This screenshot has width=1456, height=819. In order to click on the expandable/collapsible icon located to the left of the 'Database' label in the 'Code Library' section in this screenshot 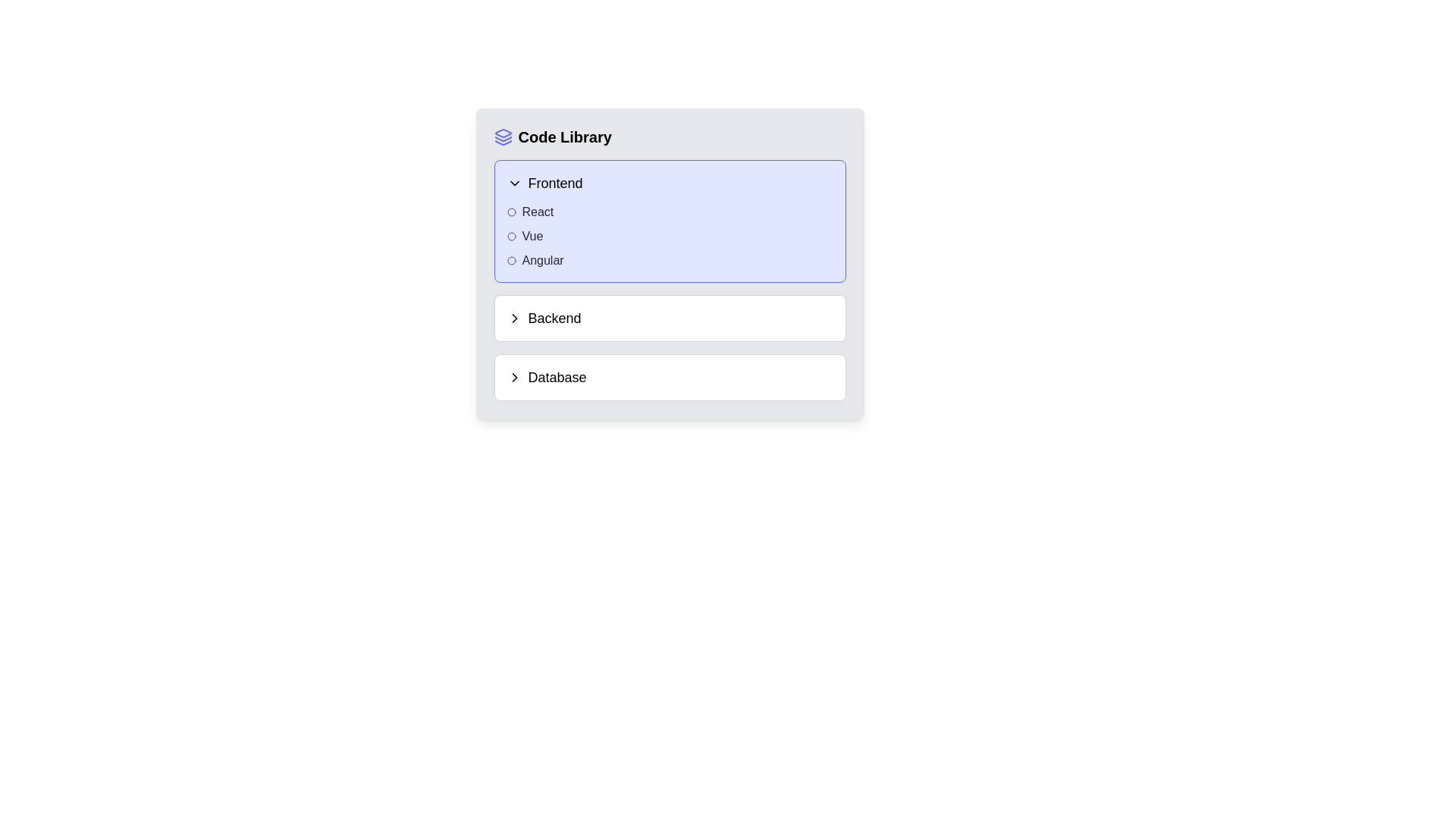, I will do `click(514, 318)`.